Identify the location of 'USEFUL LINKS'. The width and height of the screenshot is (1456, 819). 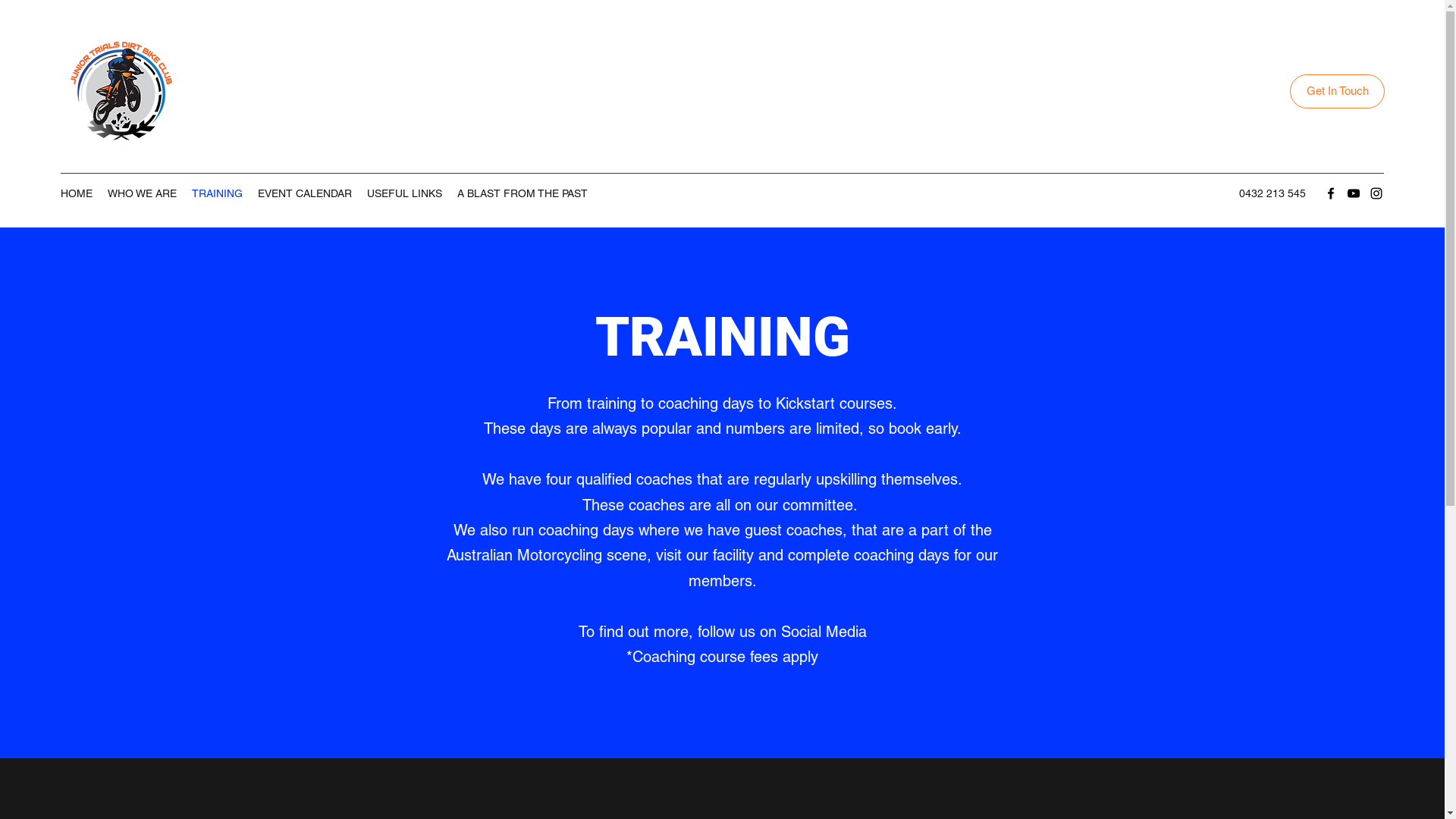
(359, 192).